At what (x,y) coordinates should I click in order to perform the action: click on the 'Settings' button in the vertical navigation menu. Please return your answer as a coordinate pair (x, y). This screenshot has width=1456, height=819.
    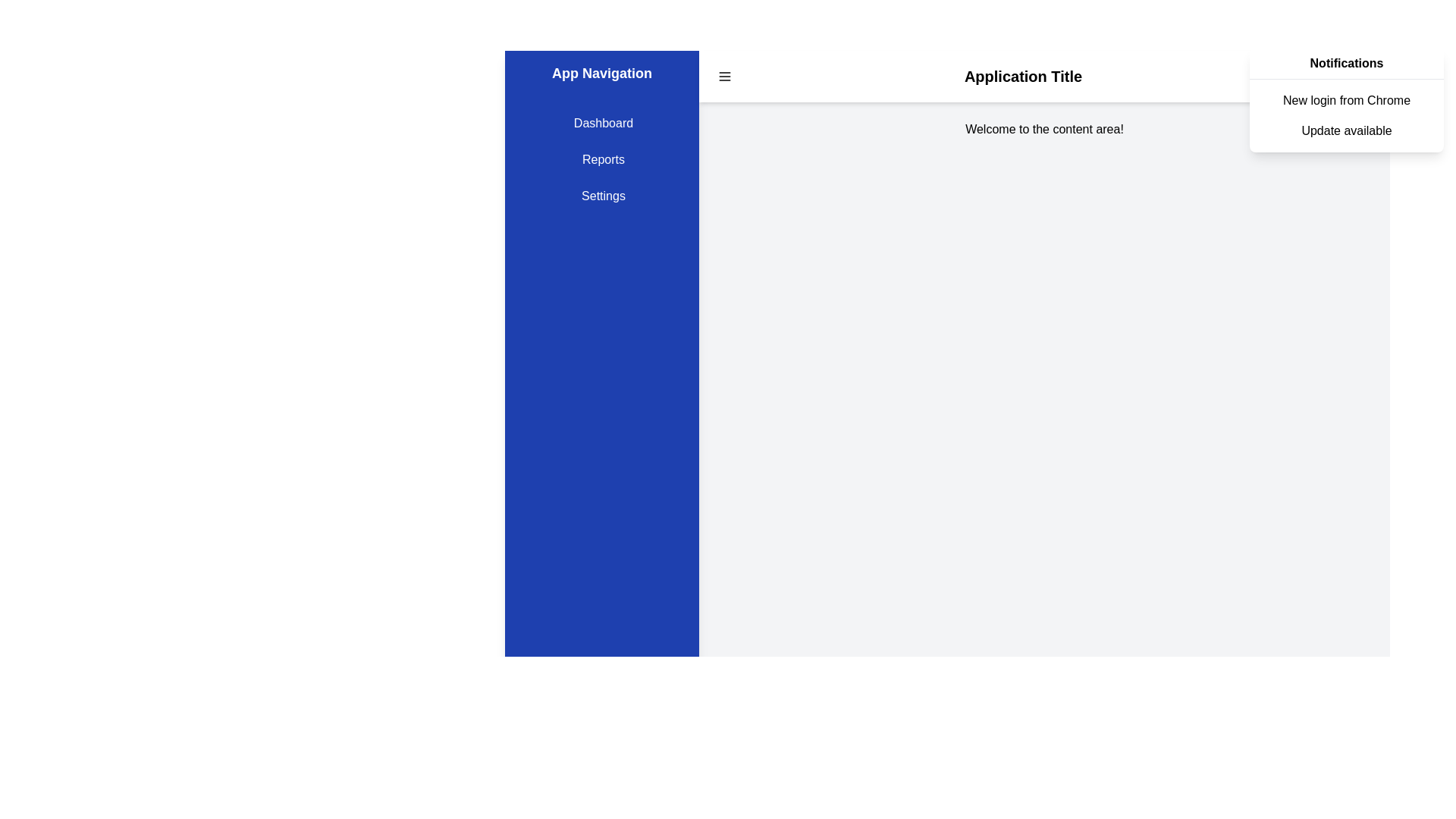
    Looking at the image, I should click on (601, 195).